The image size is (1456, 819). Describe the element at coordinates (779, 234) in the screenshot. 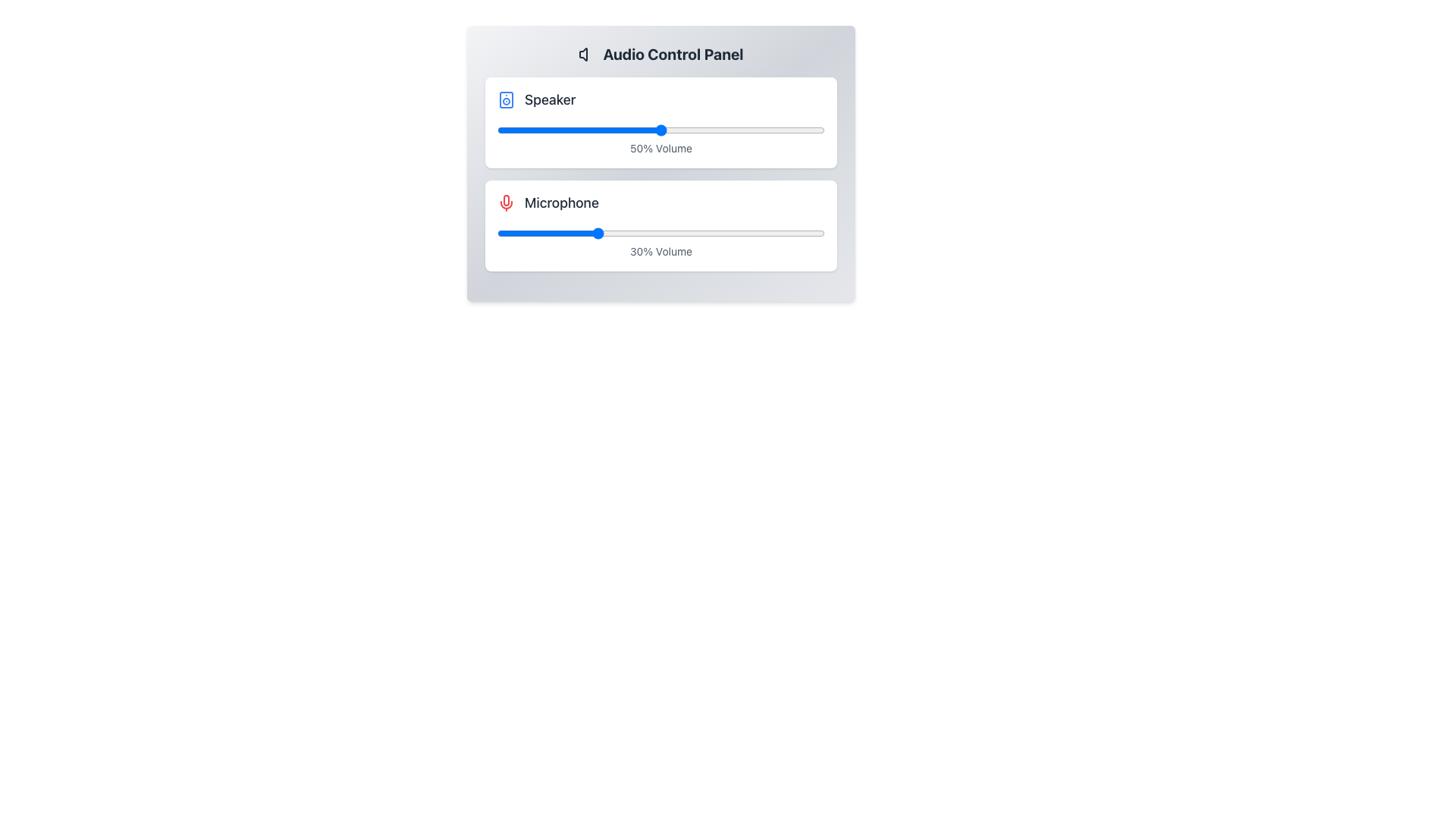

I see `the microphone volume` at that location.